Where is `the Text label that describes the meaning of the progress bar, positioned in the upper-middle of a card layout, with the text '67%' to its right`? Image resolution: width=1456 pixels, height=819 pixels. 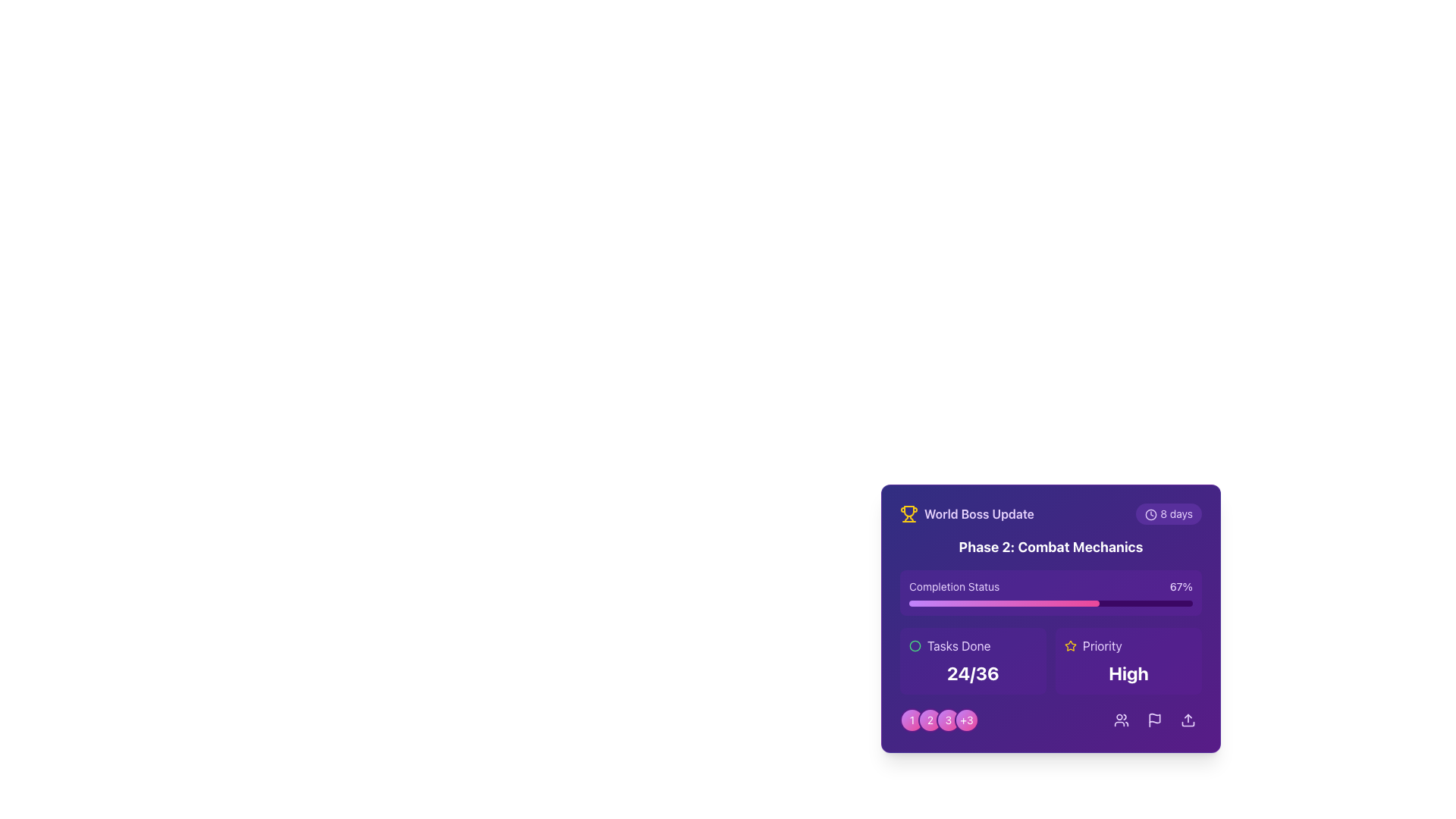
the Text label that describes the meaning of the progress bar, positioned in the upper-middle of a card layout, with the text '67%' to its right is located at coordinates (953, 586).